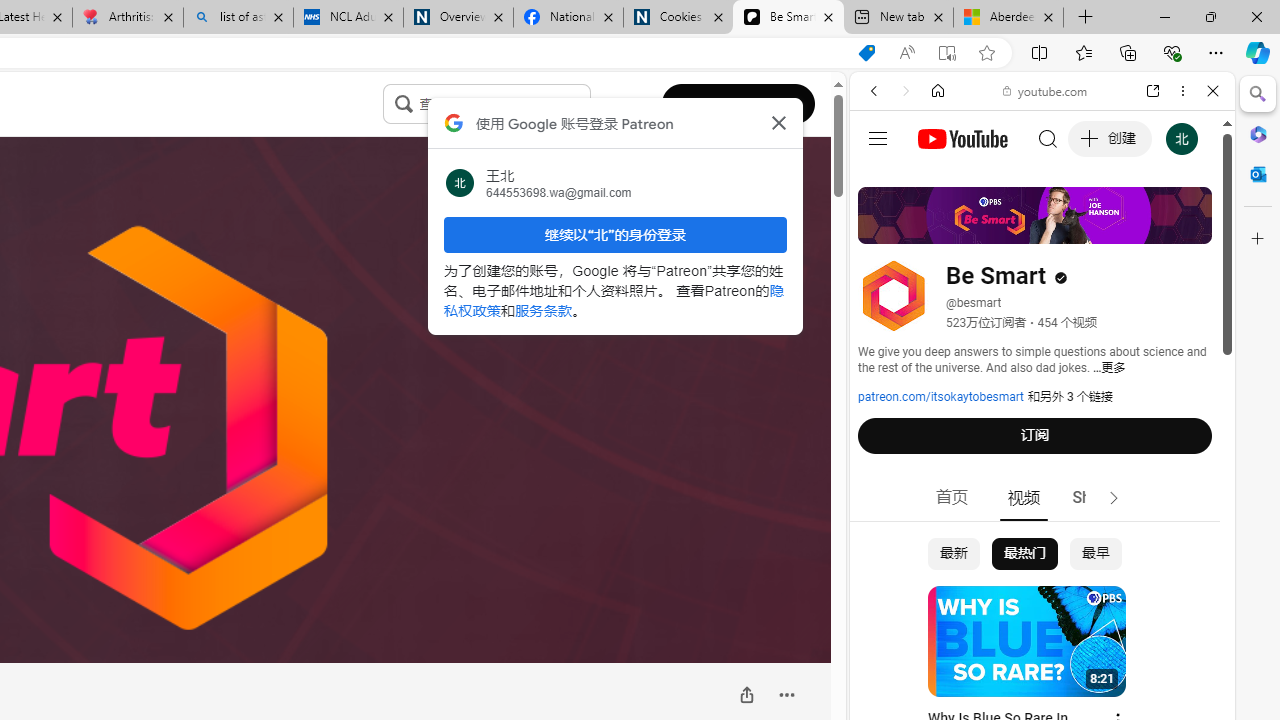 The image size is (1280, 720). I want to click on 'Shorts', so click(1095, 497).